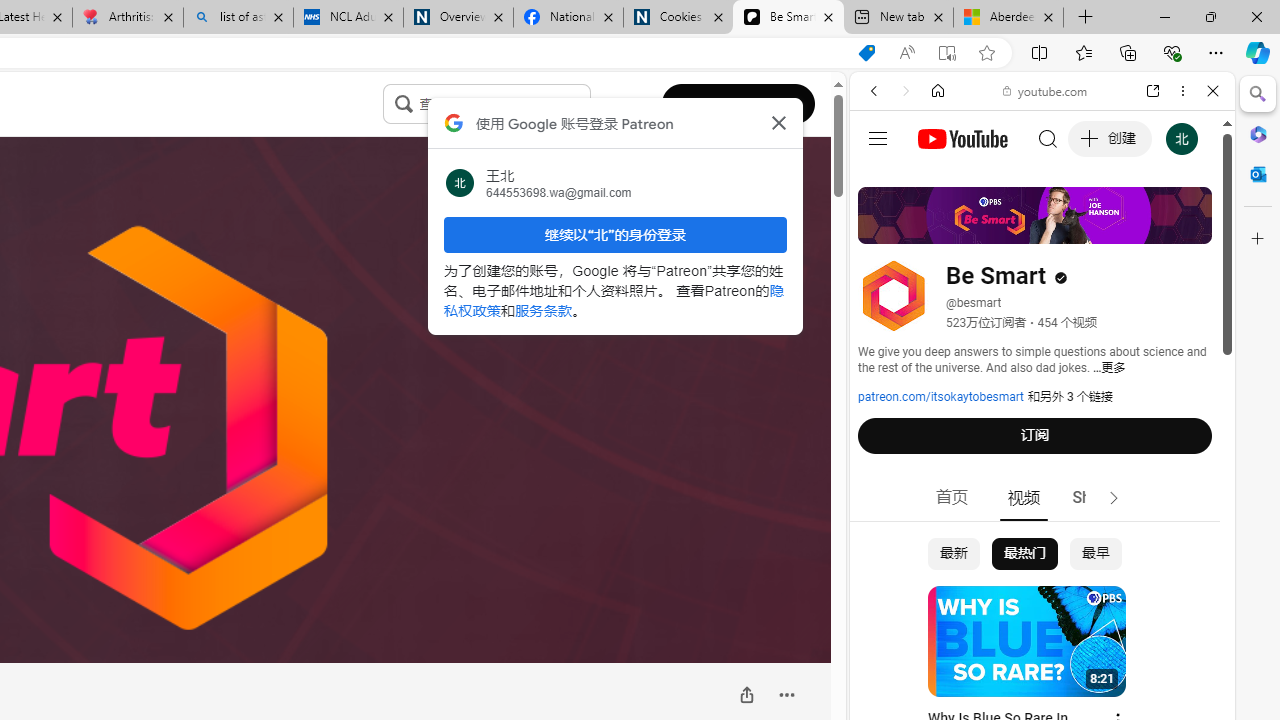 The image size is (1280, 720). I want to click on 'Shorts', so click(1095, 497).